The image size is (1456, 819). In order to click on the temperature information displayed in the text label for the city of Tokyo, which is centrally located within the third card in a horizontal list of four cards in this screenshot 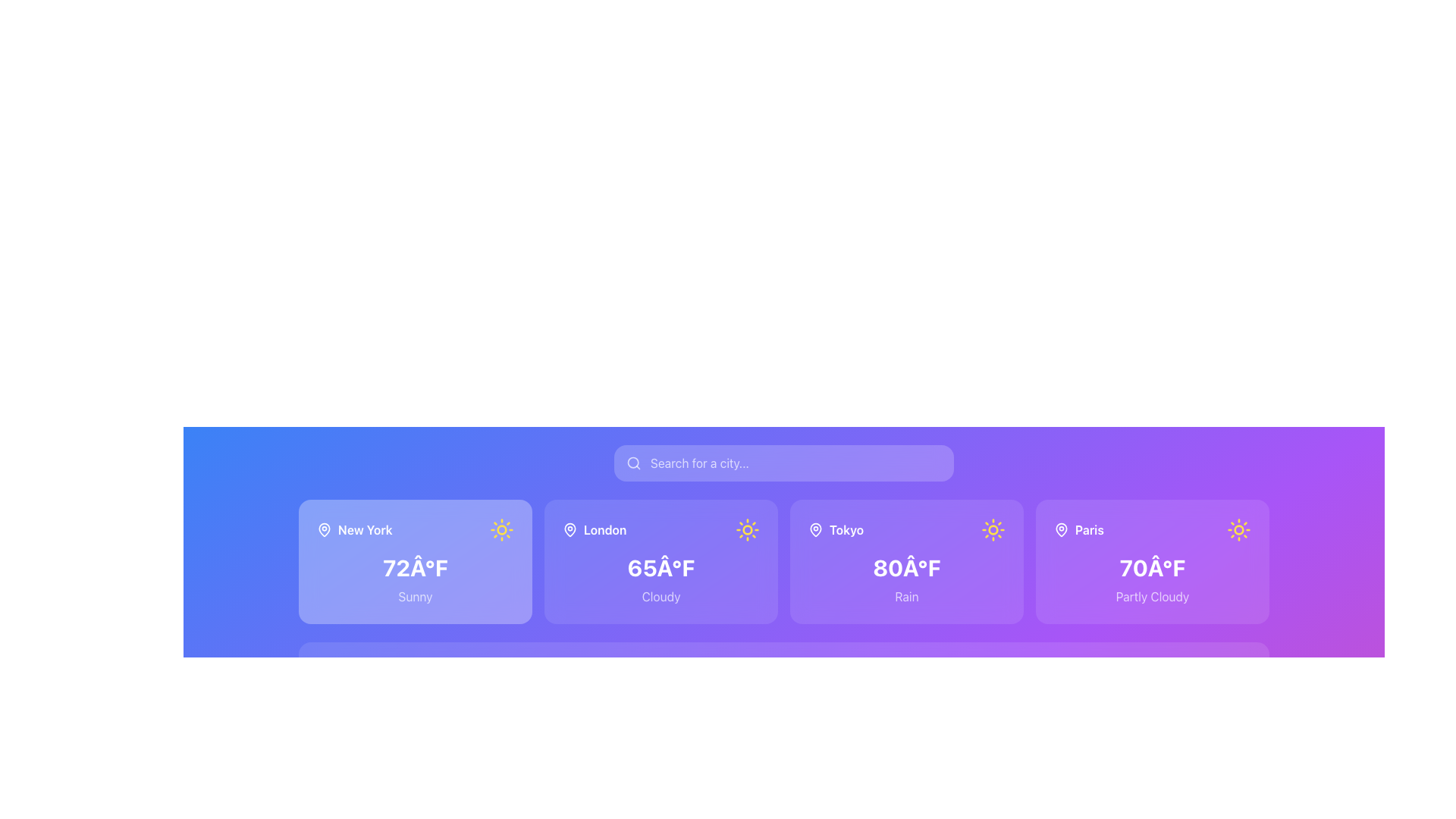, I will do `click(906, 567)`.